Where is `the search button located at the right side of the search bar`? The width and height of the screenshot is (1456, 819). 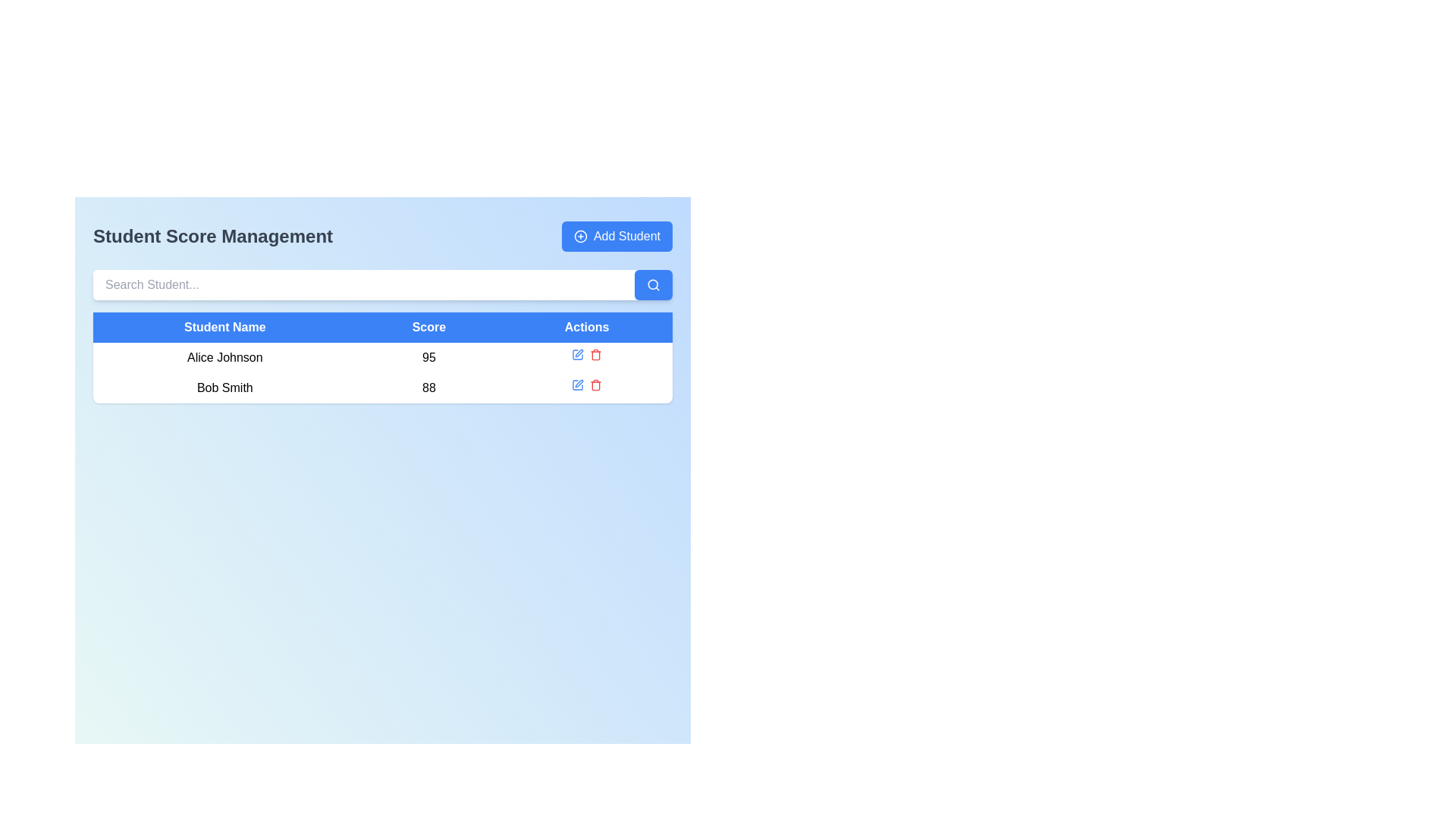
the search button located at the right side of the search bar is located at coordinates (654, 284).